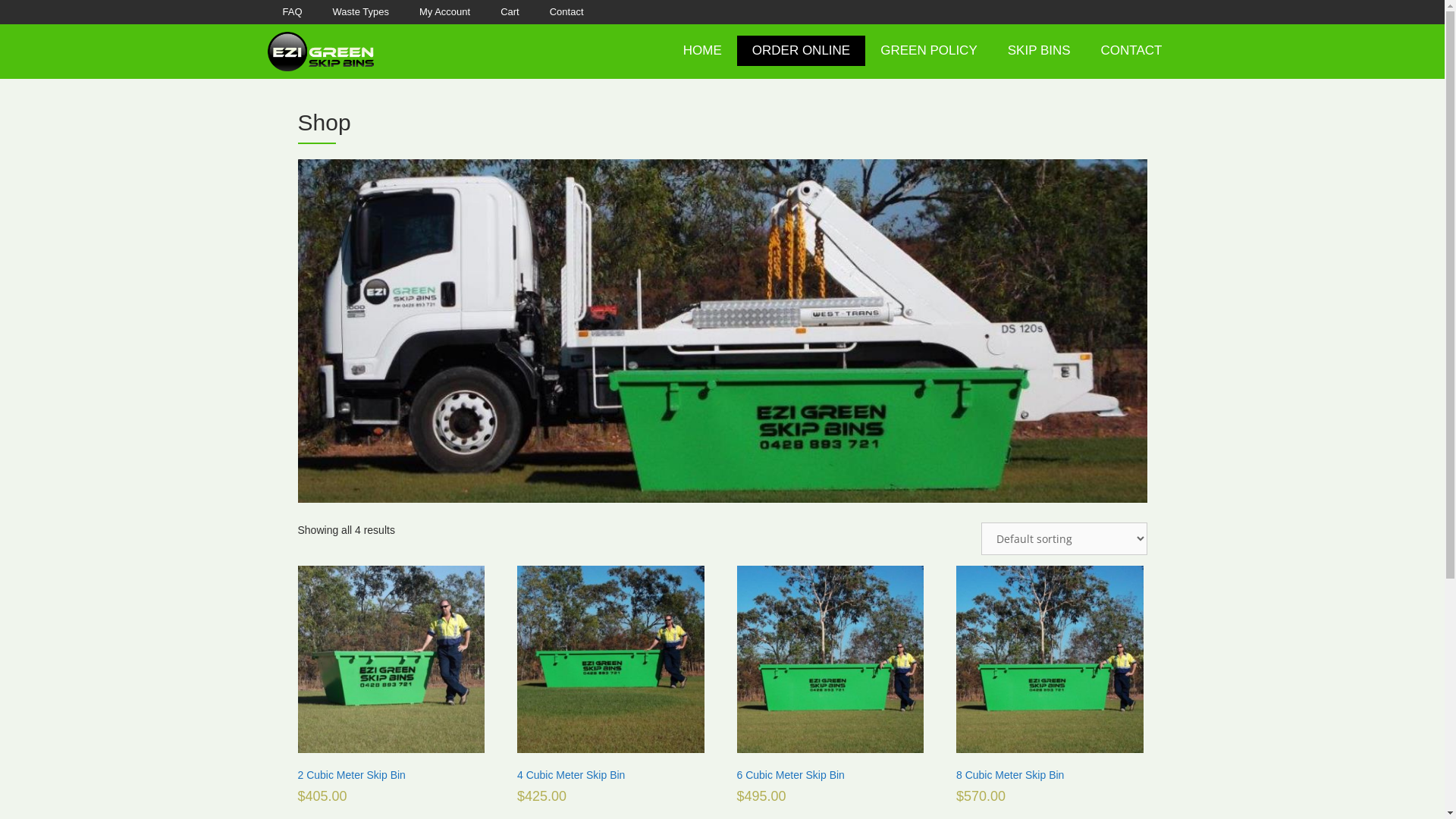  I want to click on 'SKIP BINS', so click(1038, 49).